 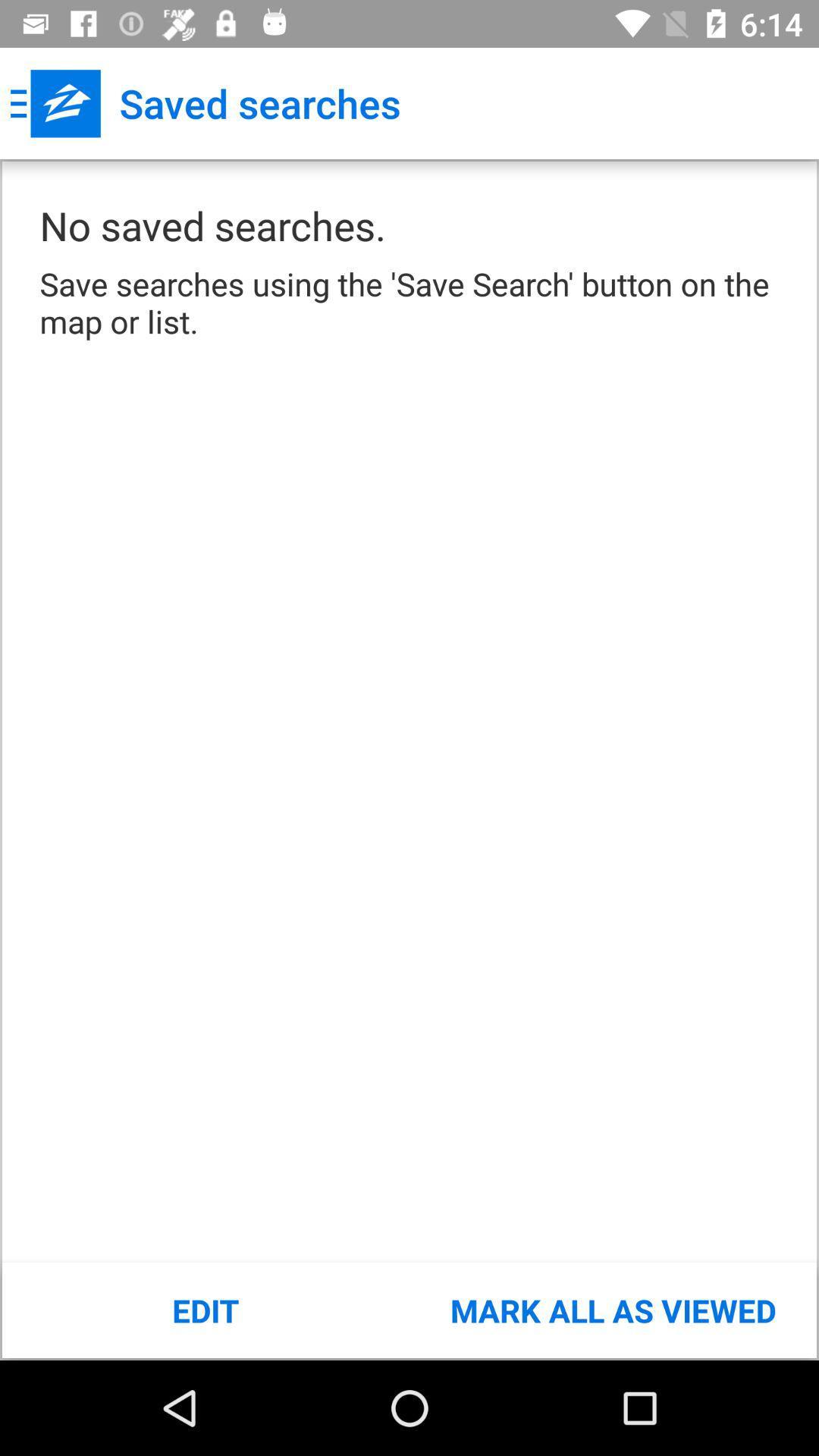 What do you see at coordinates (206, 1310) in the screenshot?
I see `the icon to the left of the mark all as icon` at bounding box center [206, 1310].